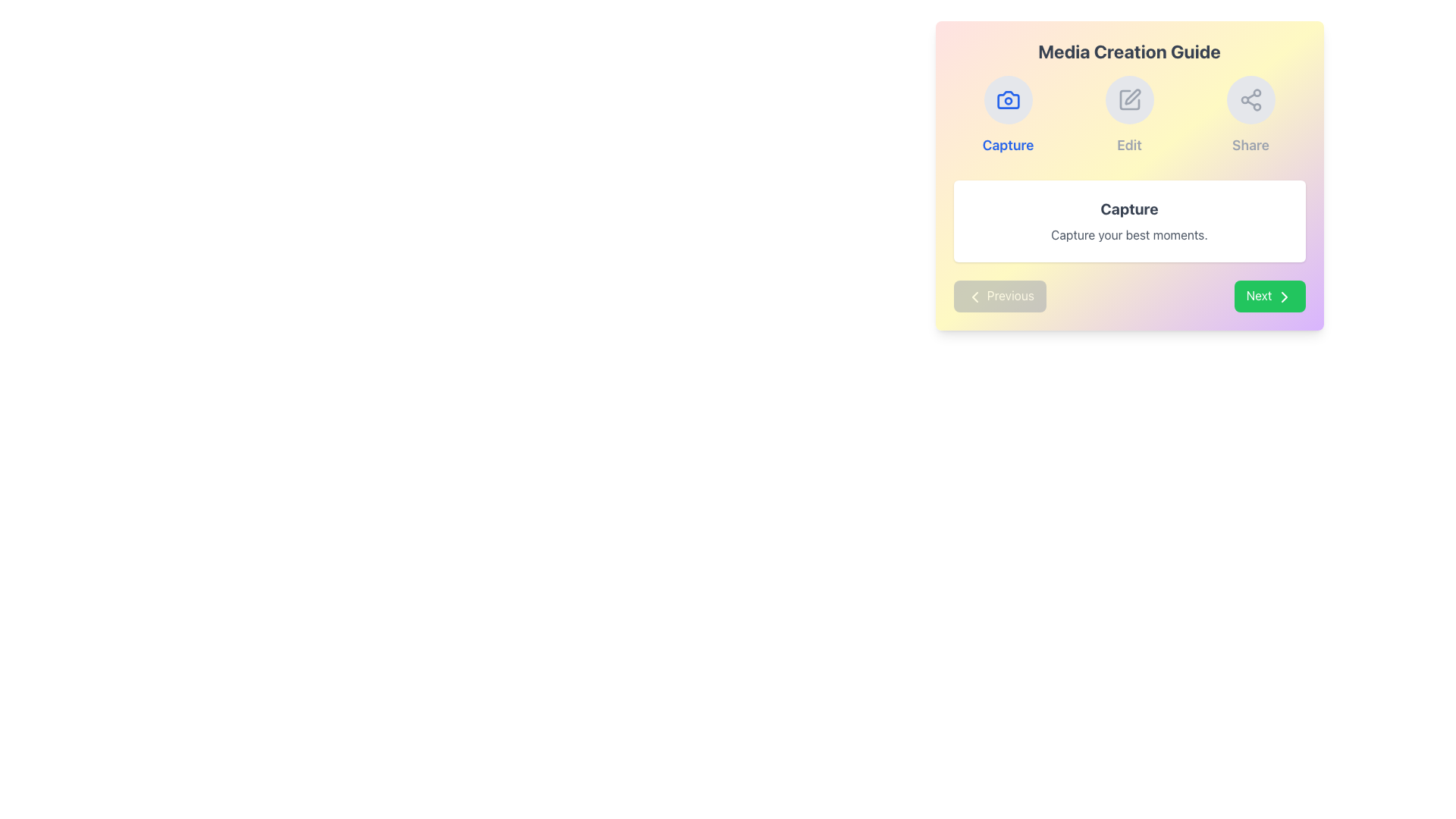  Describe the element at coordinates (1250, 99) in the screenshot. I see `the rightmost circular light gray button with a share icon in the 'Media Creation Guide' interface` at that location.